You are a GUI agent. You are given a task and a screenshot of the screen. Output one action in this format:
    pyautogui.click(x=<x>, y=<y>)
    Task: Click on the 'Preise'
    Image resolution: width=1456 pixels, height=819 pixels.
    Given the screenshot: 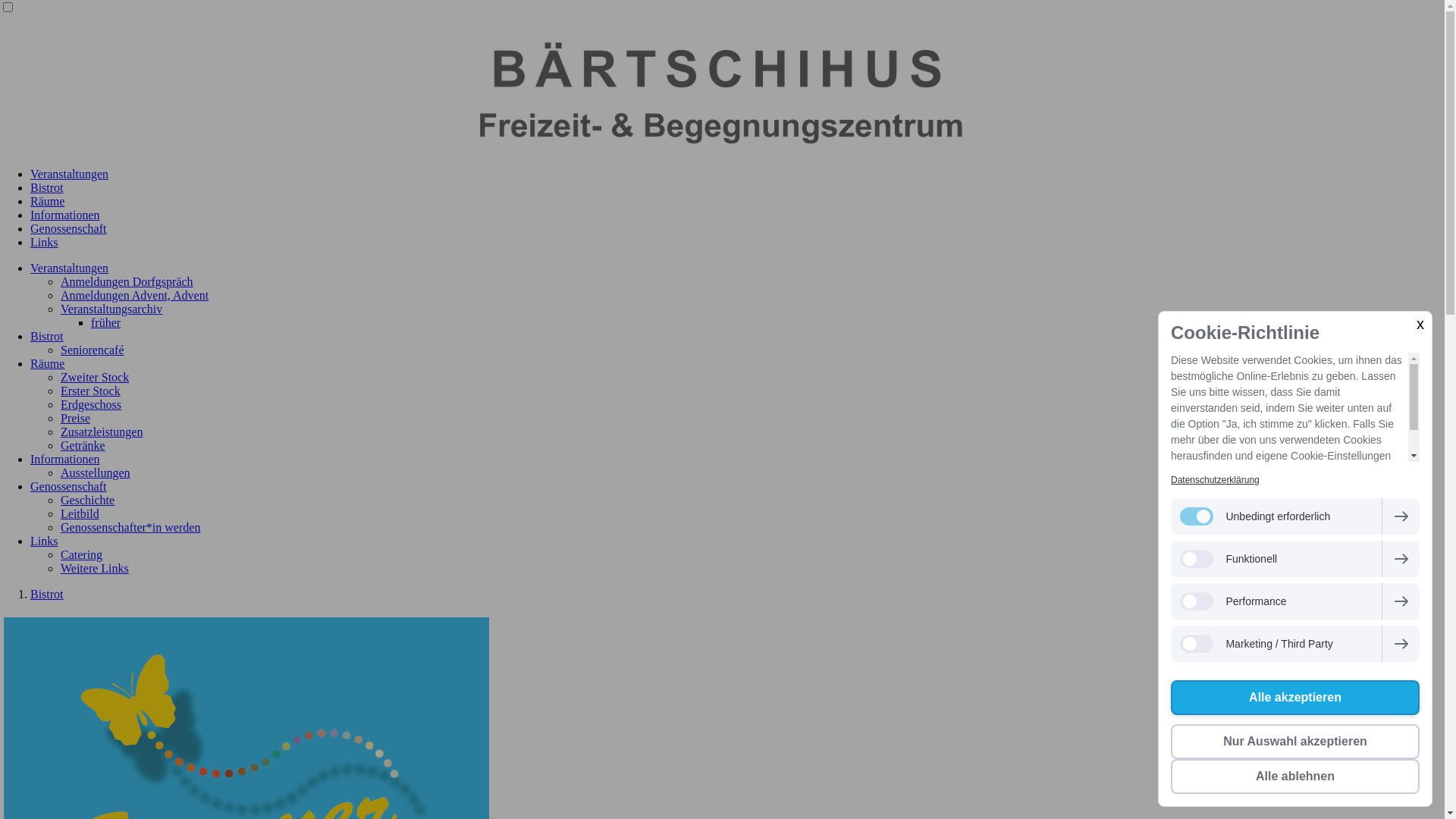 What is the action you would take?
    pyautogui.click(x=74, y=418)
    